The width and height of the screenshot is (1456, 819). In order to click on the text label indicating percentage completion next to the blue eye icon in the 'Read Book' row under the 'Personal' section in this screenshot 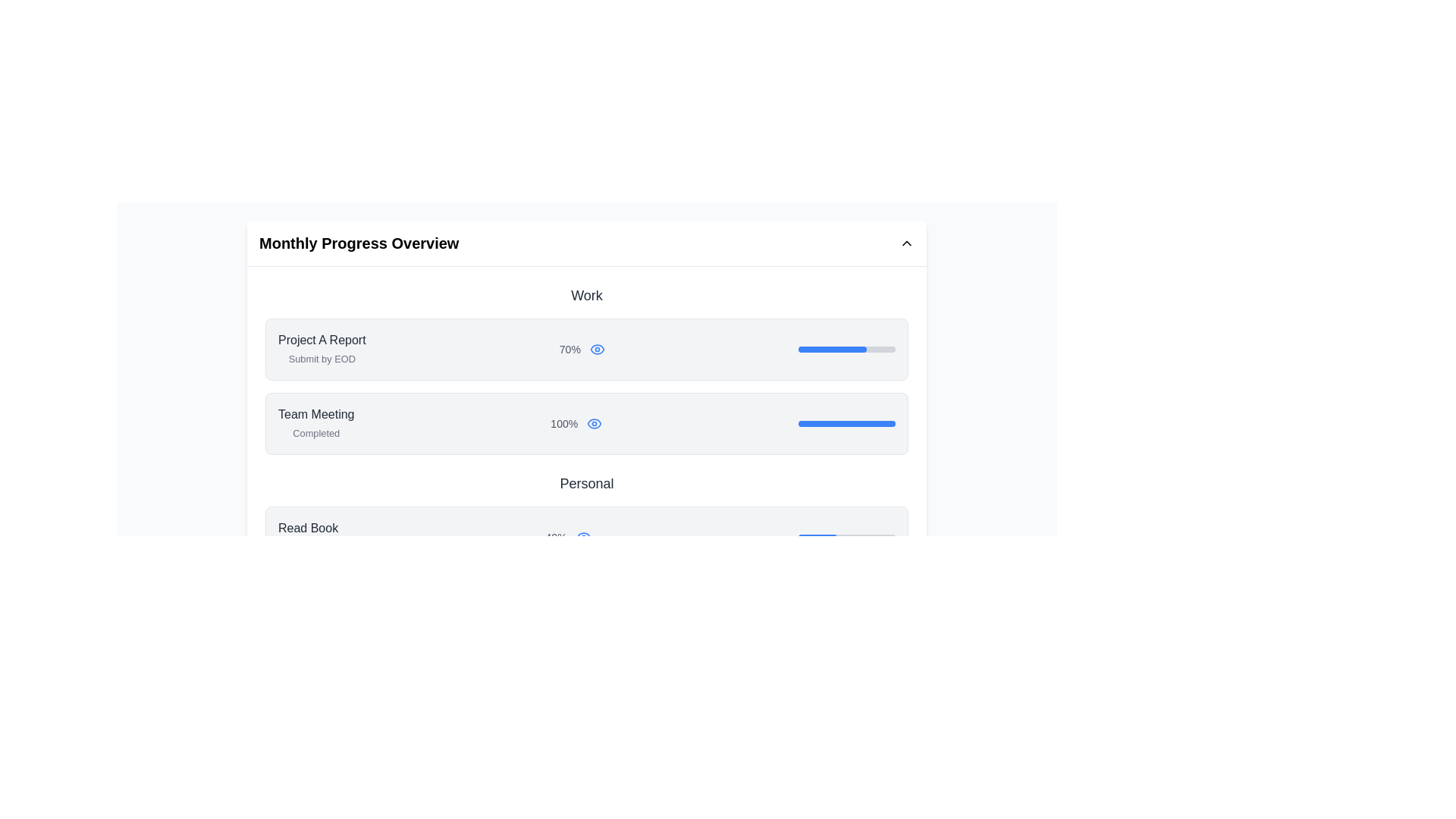, I will do `click(555, 537)`.